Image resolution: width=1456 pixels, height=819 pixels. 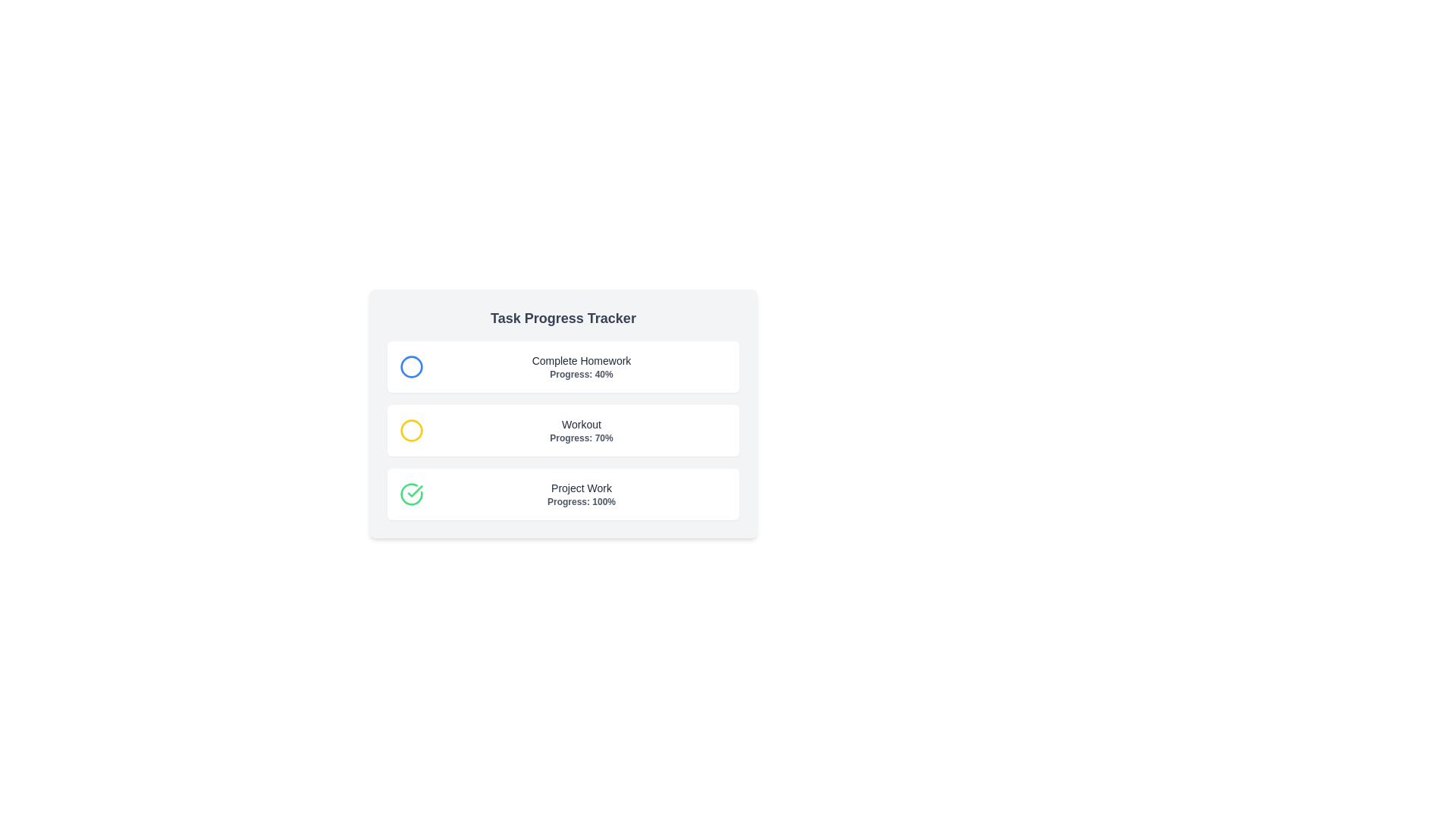 I want to click on the 'Project Work' text label, which is a medium-sized grayish-black text within the 'Task Progress Tracker' section, to select it, so click(x=581, y=488).